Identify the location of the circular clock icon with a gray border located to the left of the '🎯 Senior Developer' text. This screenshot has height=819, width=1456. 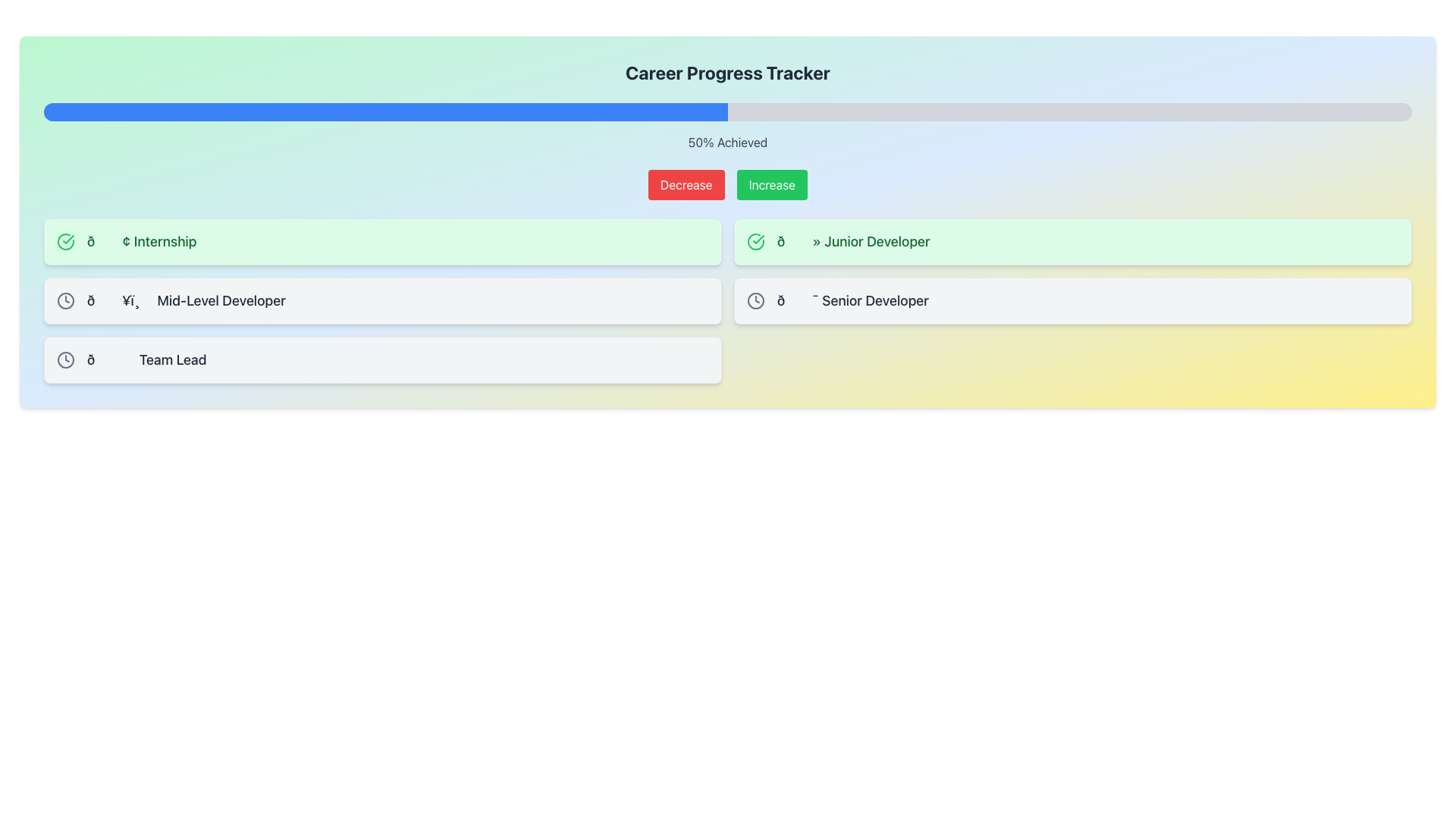
(756, 301).